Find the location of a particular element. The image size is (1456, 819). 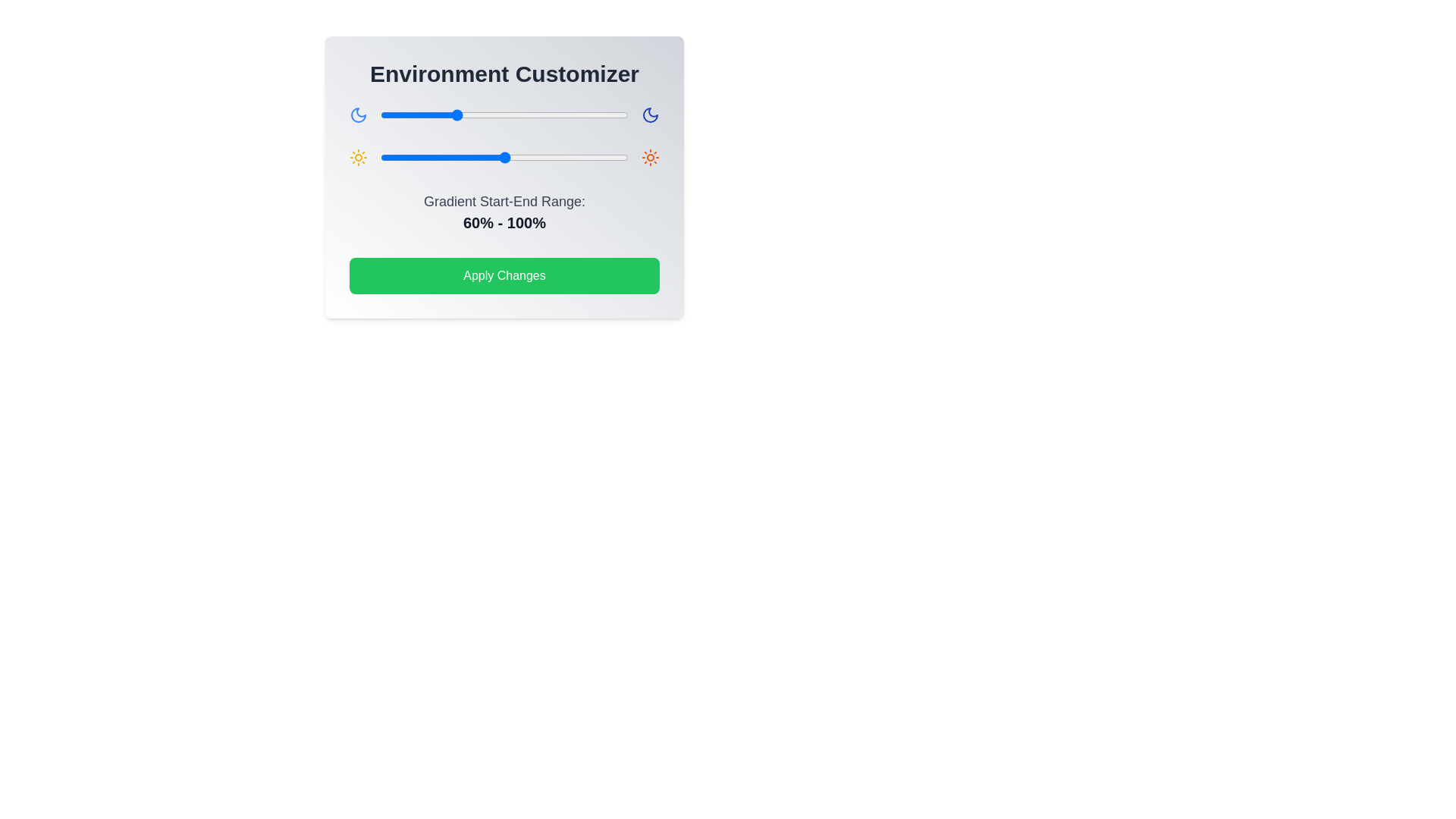

the gradient slider 0 to 47 is located at coordinates (438, 114).